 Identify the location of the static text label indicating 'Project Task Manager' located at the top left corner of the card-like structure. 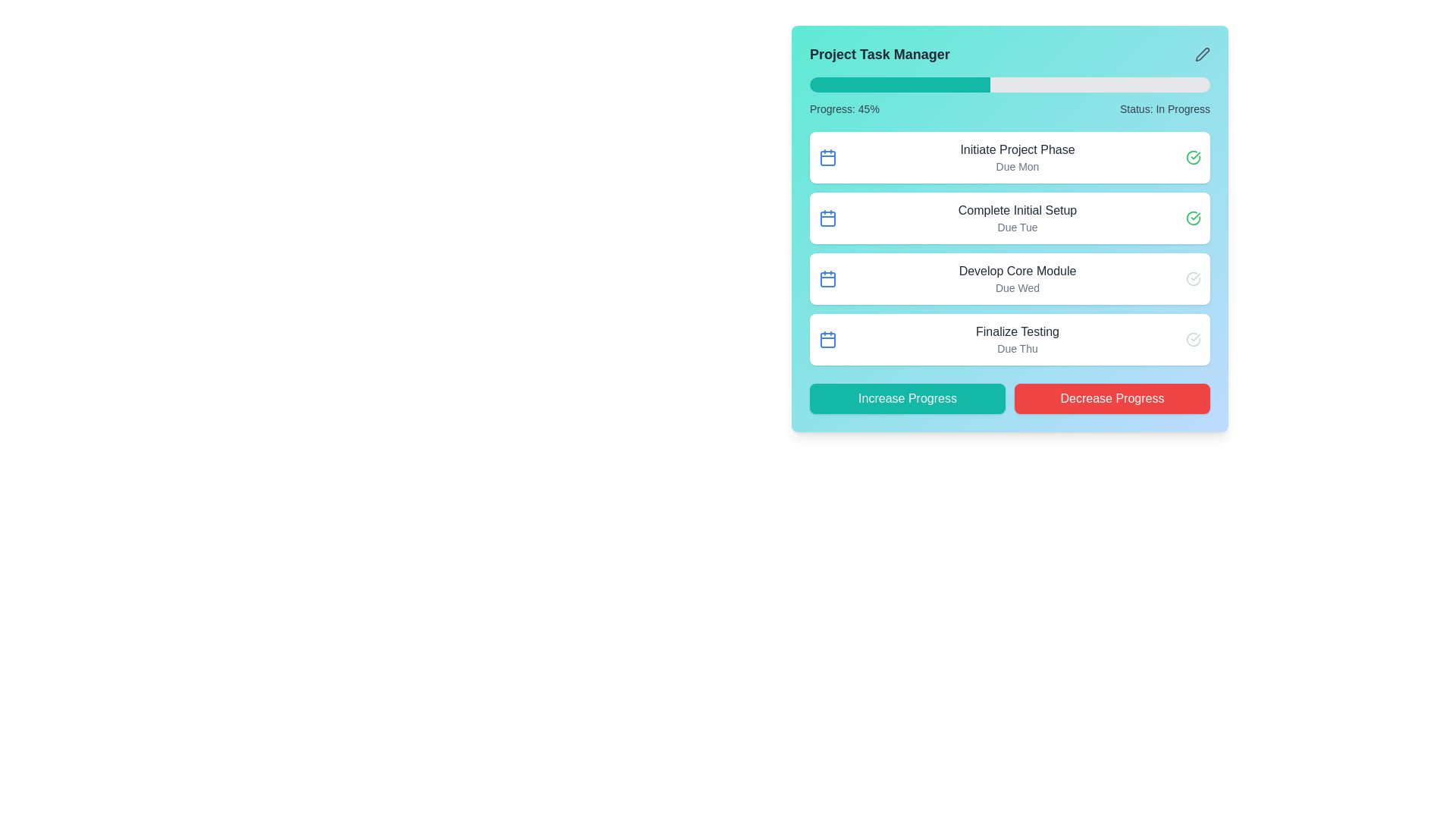
(880, 54).